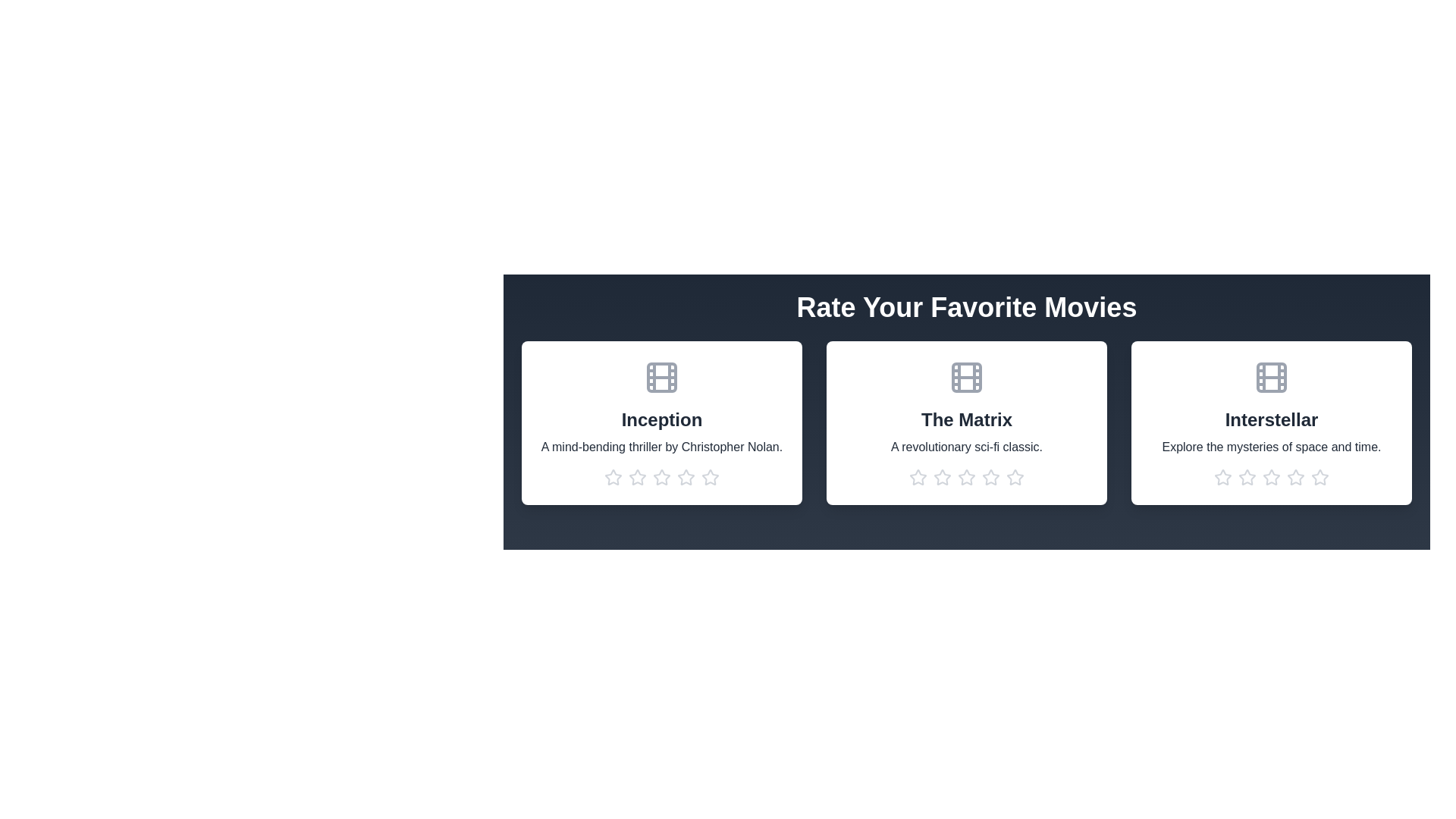  I want to click on the title and description of the movie The Matrix, so click(966, 420).